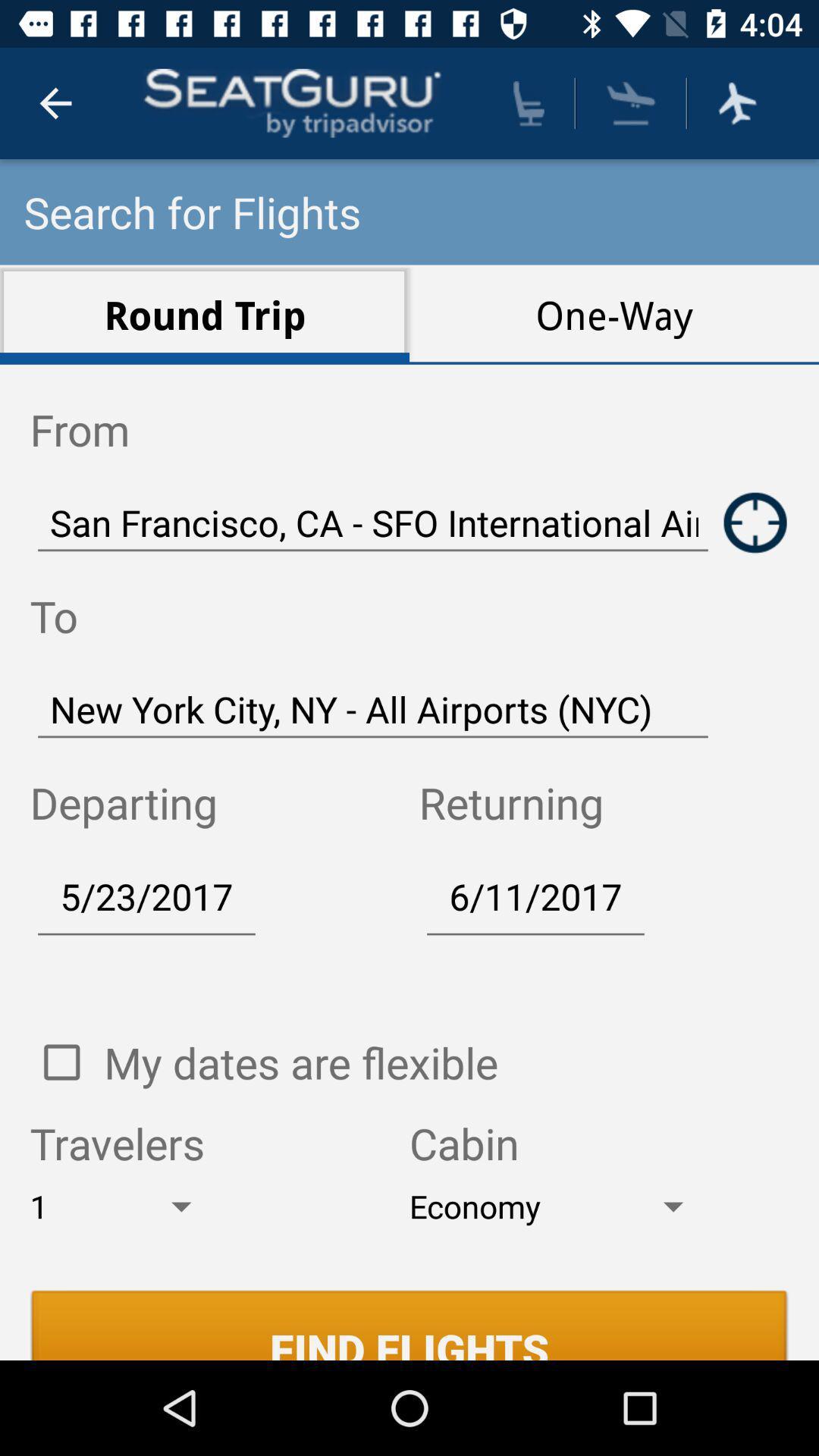 The width and height of the screenshot is (819, 1456). I want to click on the icon next to my dates are, so click(61, 1062).